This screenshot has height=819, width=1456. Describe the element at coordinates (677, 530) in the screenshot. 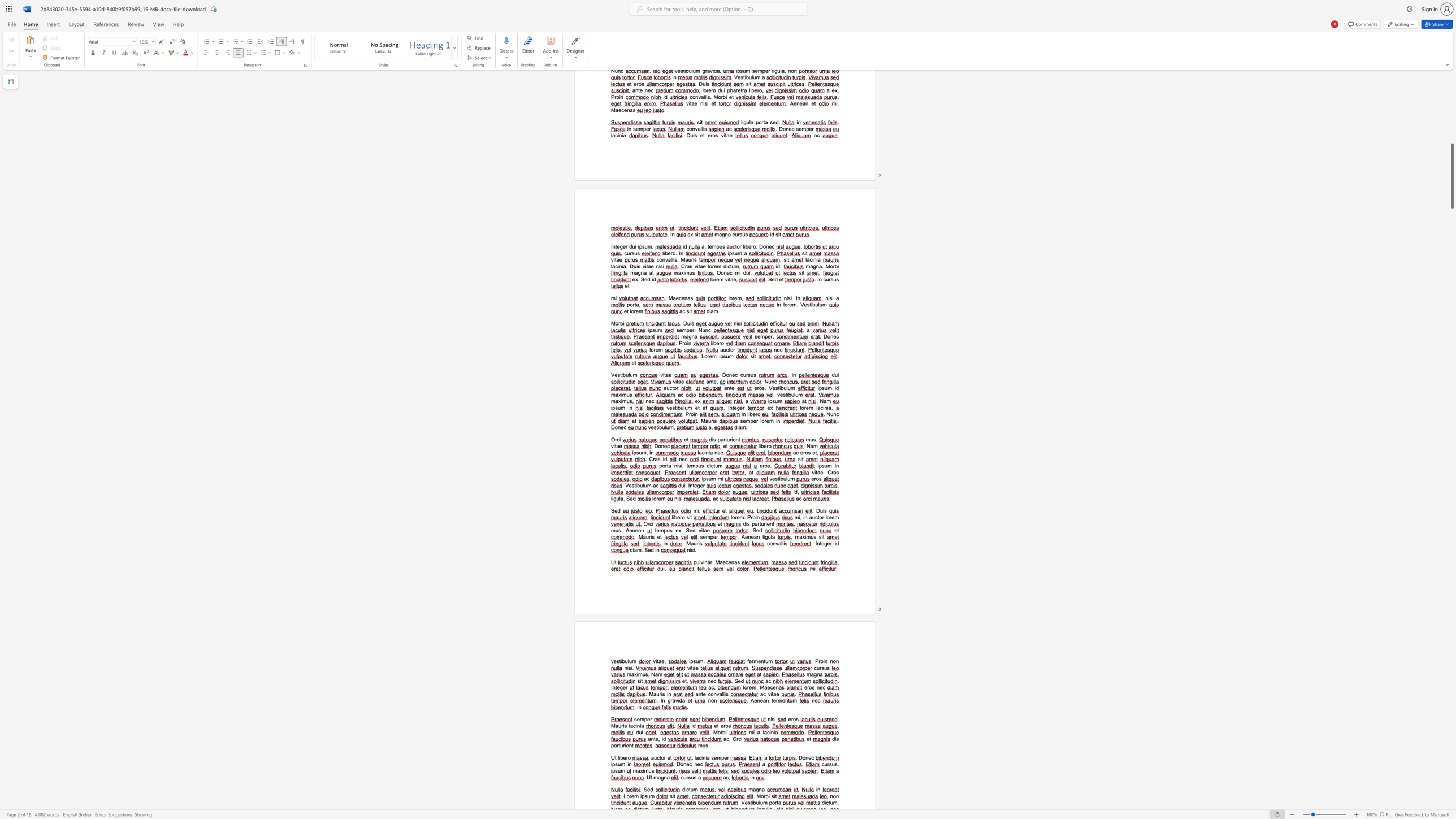

I see `the 2th character "e" in the text` at that location.